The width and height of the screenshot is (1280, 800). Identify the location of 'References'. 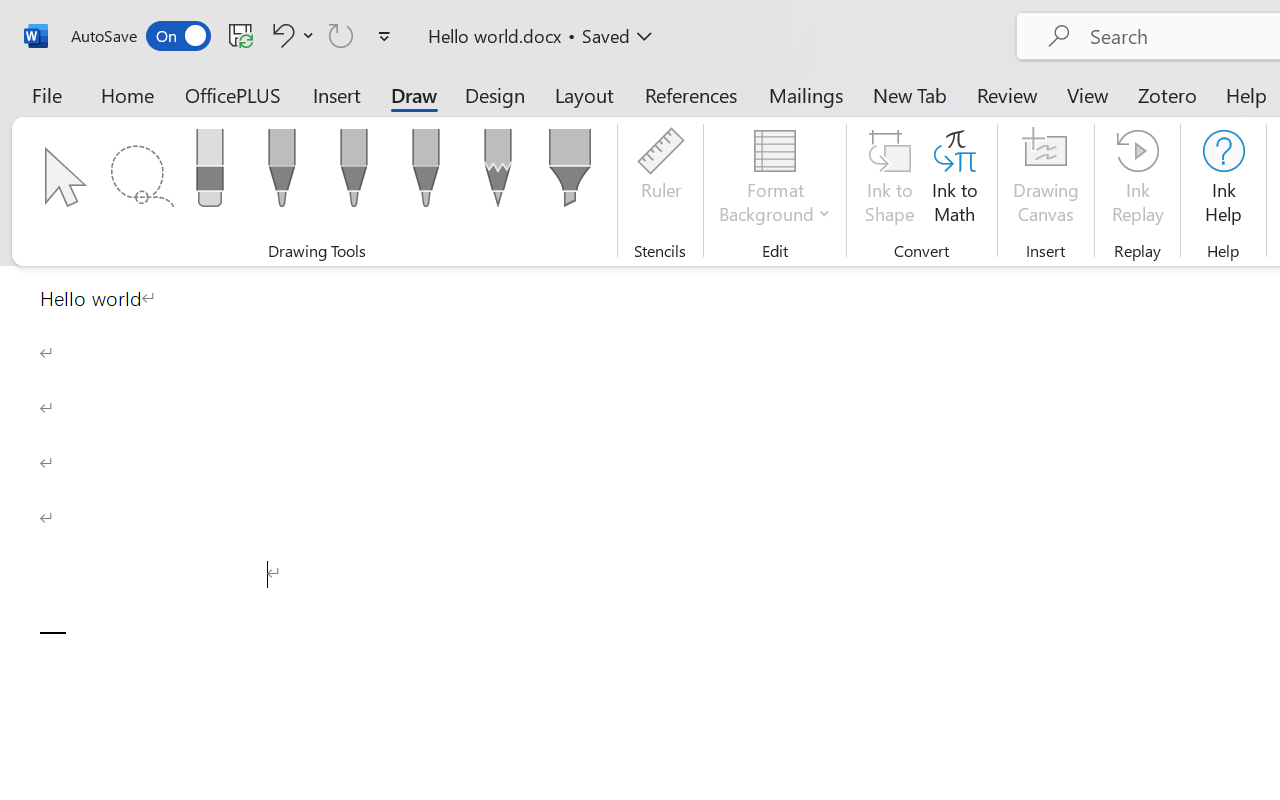
(691, 94).